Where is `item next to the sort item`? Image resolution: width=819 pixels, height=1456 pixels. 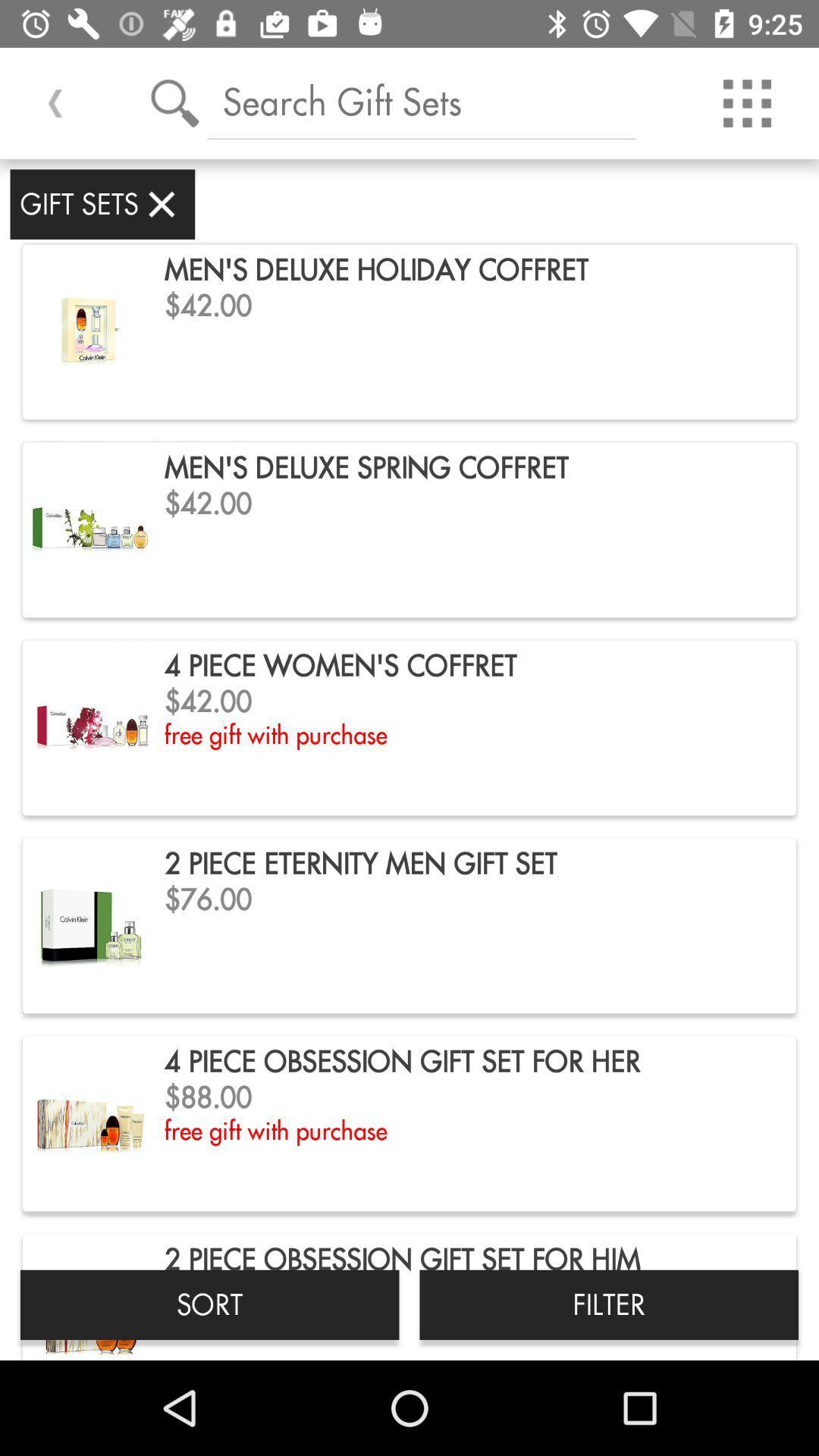 item next to the sort item is located at coordinates (608, 1304).